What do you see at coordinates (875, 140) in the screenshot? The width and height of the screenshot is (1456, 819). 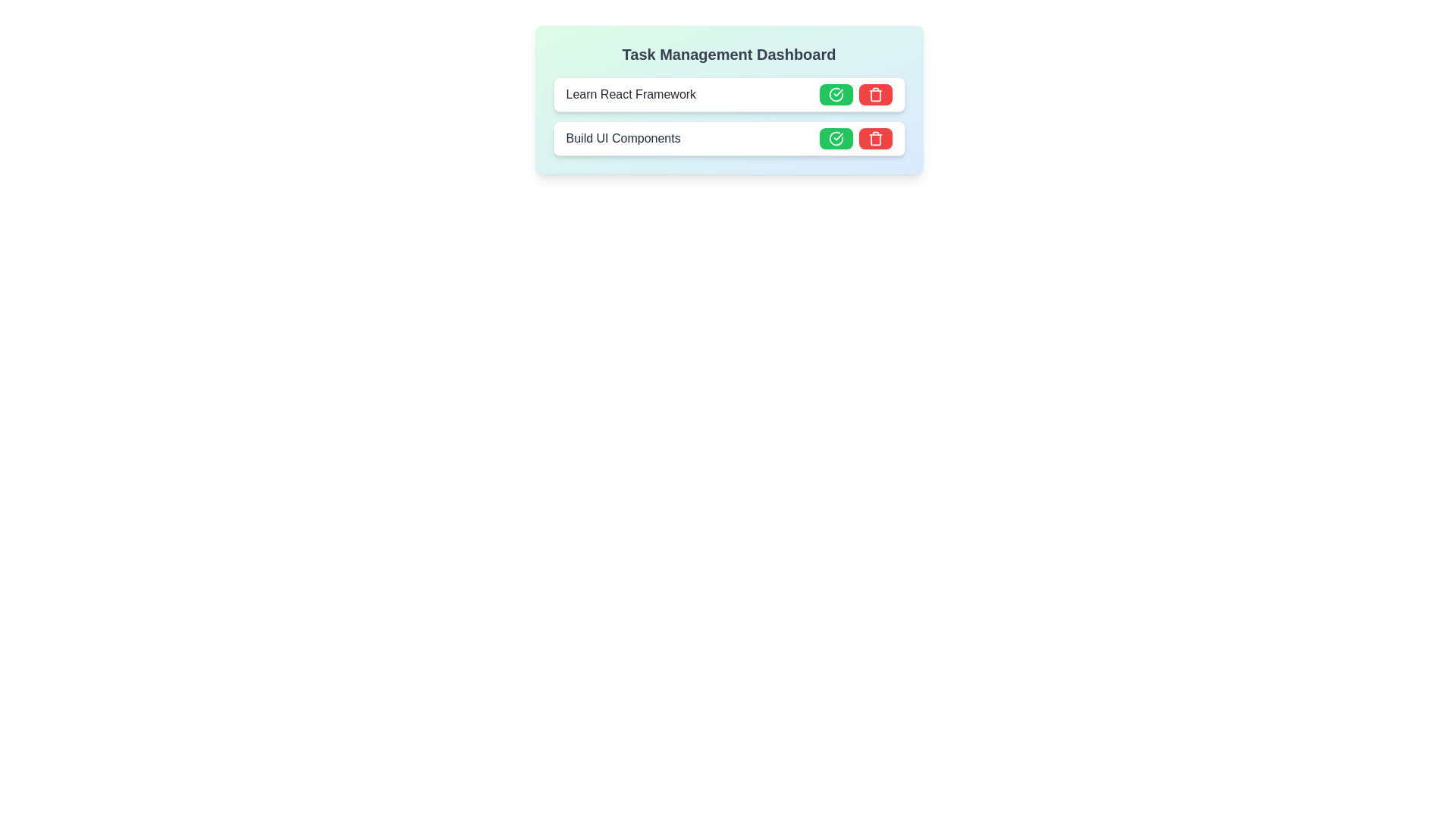 I see `the trash can icon element` at bounding box center [875, 140].